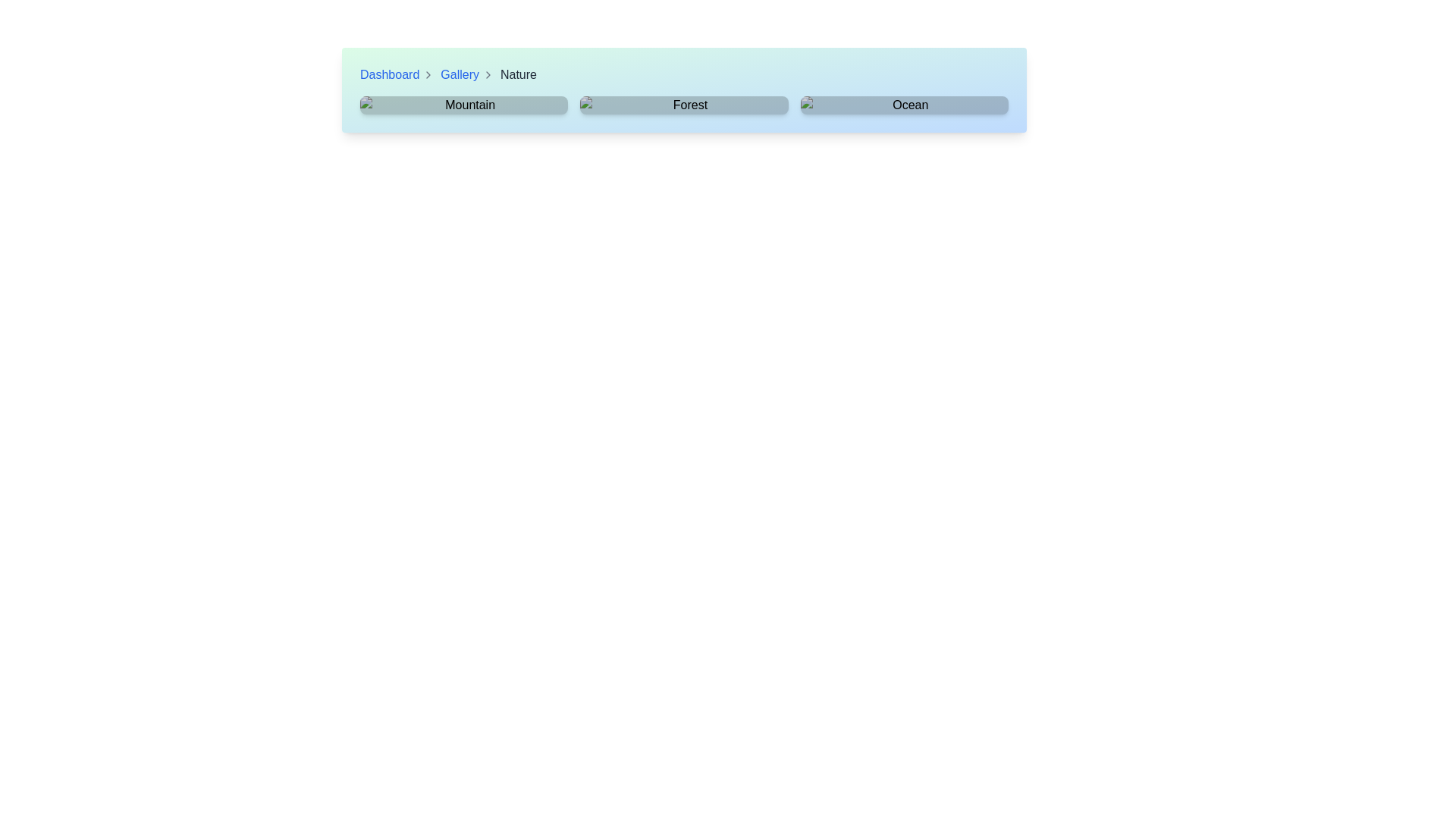 The height and width of the screenshot is (819, 1456). What do you see at coordinates (390, 75) in the screenshot?
I see `the 'Dashboard' hyperlink` at bounding box center [390, 75].